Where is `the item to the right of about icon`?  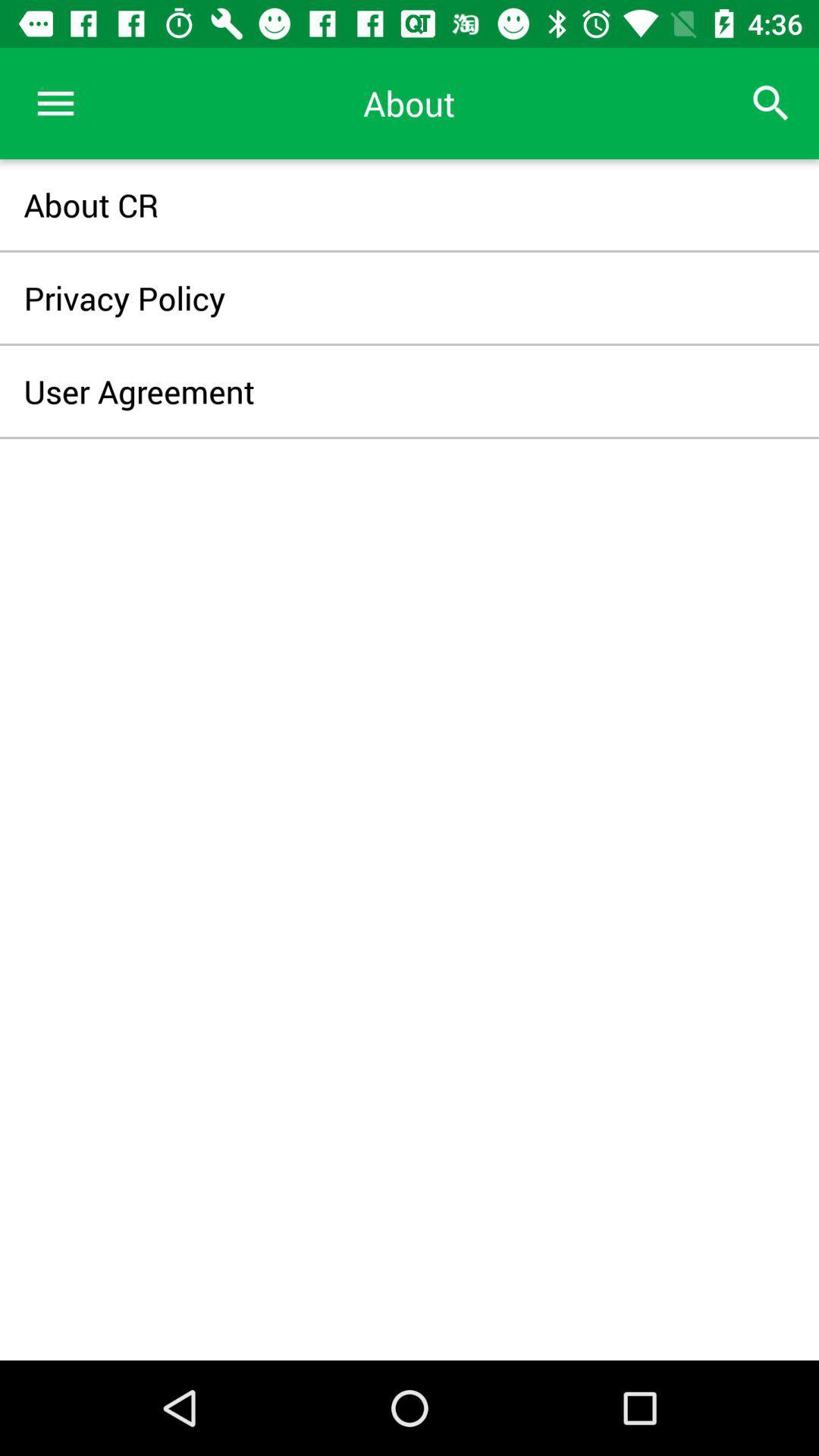
the item to the right of about icon is located at coordinates (771, 102).